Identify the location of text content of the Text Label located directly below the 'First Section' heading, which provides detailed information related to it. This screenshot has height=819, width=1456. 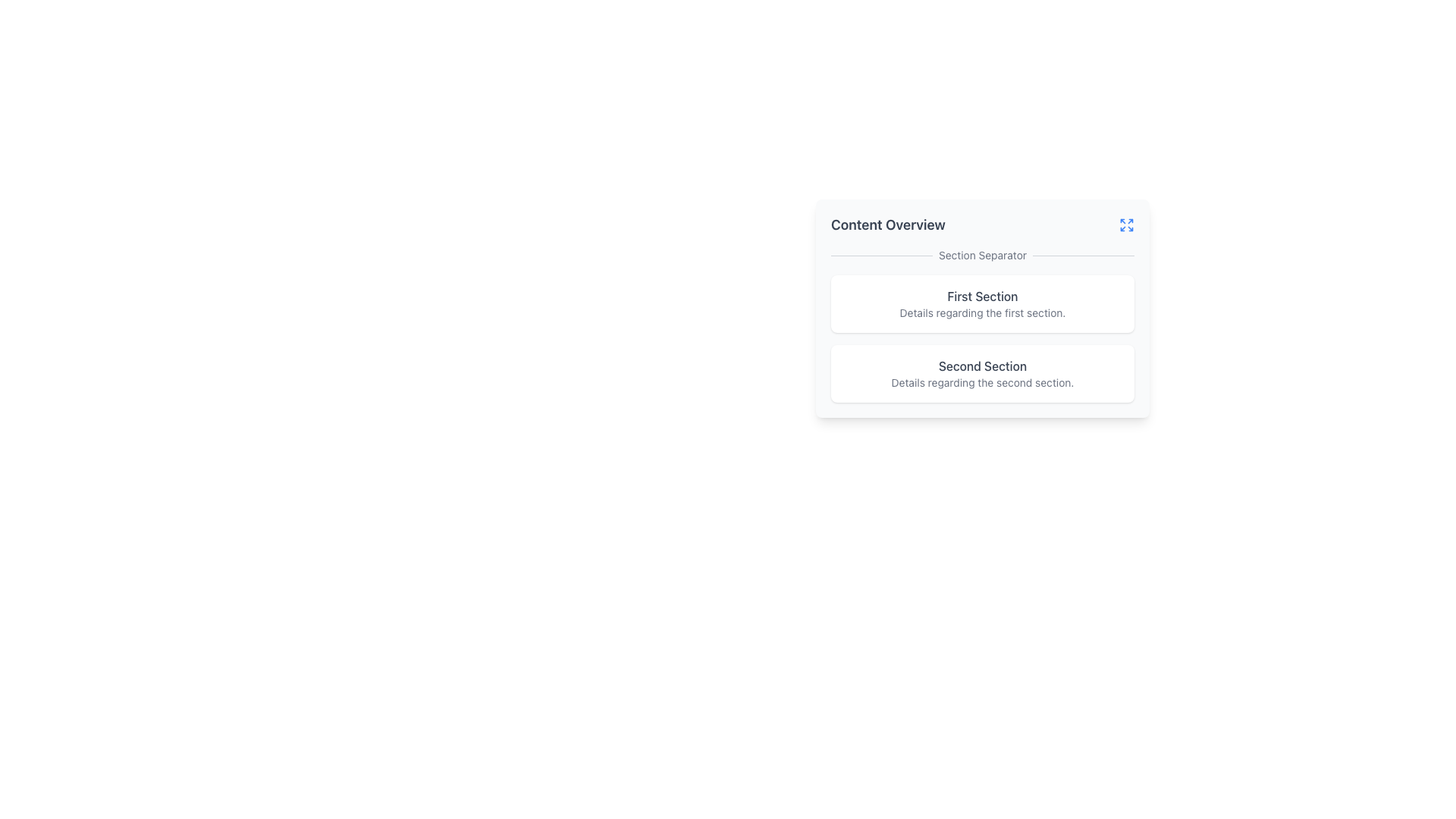
(983, 312).